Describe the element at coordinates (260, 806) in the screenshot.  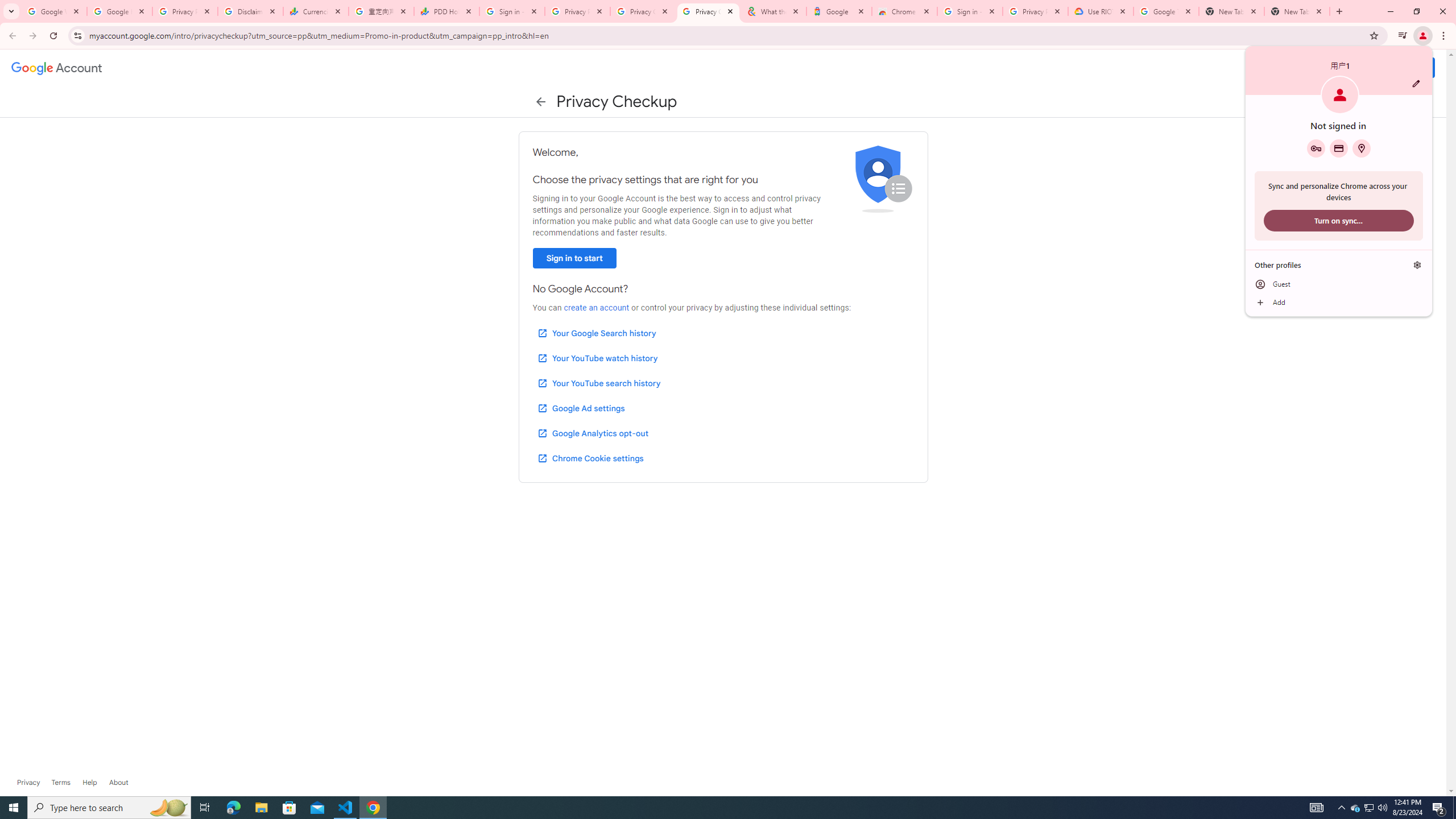
I see `'File Explorer'` at that location.